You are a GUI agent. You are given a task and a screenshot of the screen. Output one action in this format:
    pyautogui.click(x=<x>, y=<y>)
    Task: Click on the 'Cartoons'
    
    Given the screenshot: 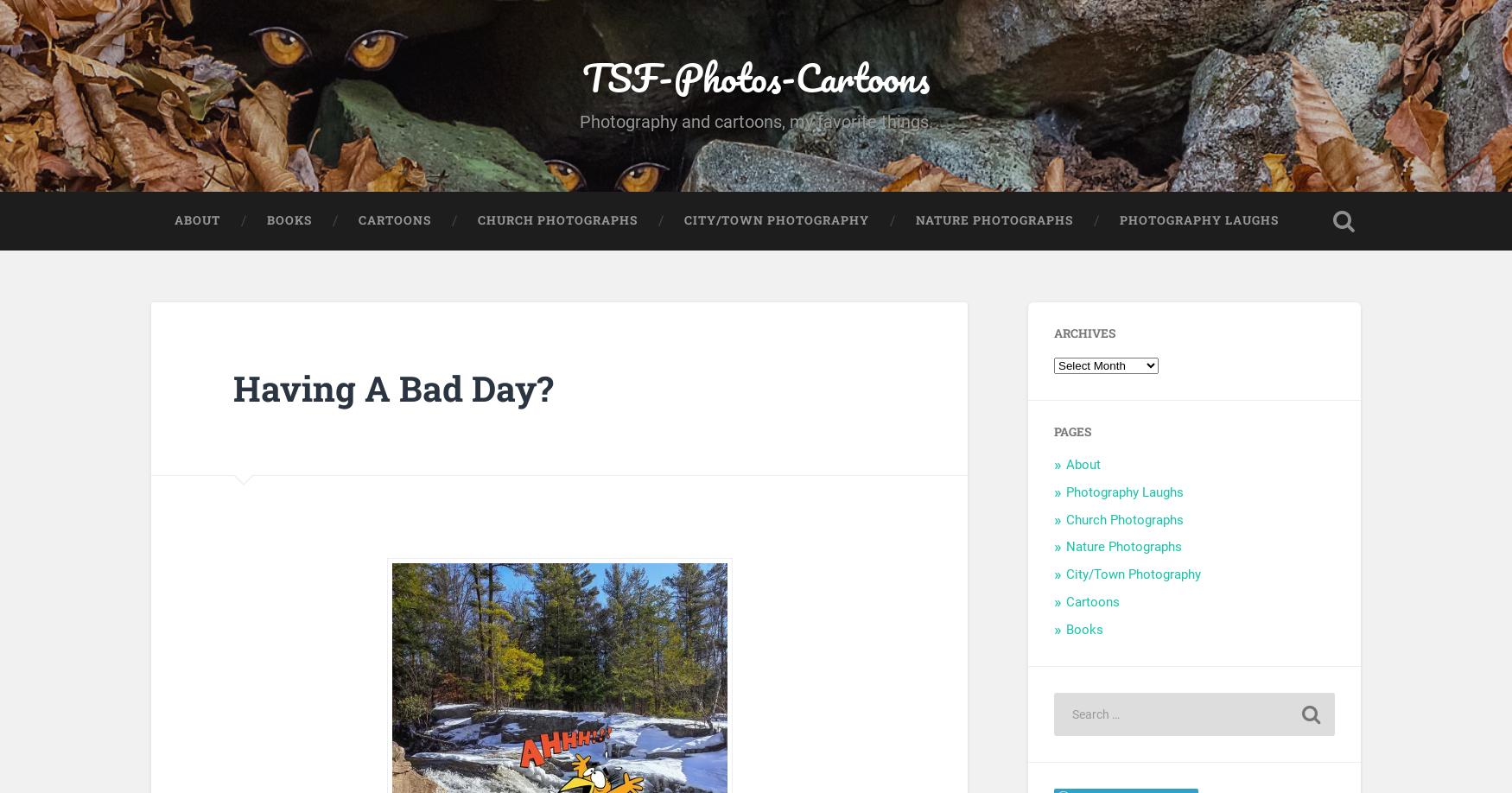 What is the action you would take?
    pyautogui.click(x=1092, y=601)
    